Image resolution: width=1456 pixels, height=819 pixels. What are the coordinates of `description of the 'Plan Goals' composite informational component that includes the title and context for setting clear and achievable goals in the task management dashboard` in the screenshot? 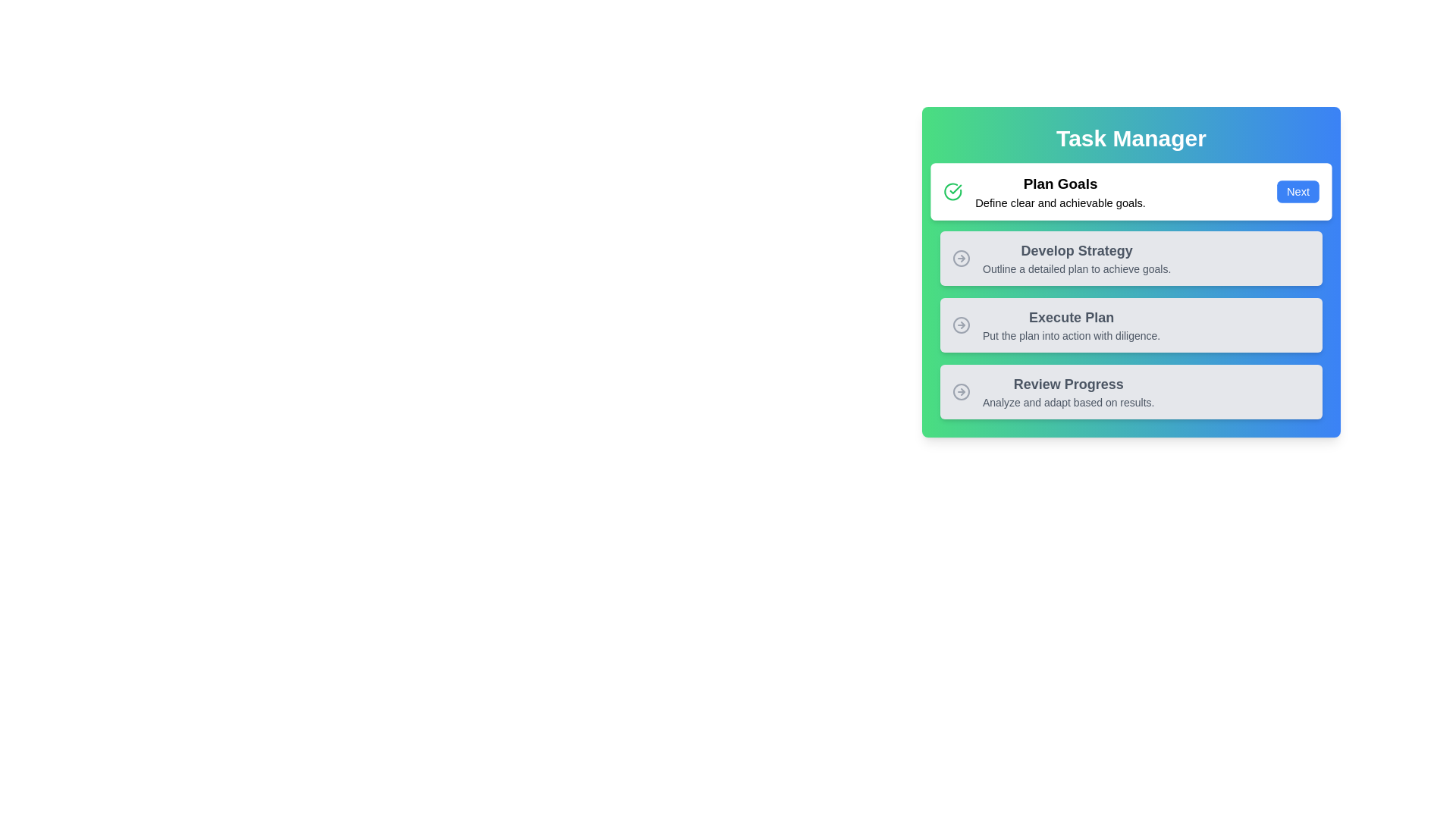 It's located at (1043, 191).